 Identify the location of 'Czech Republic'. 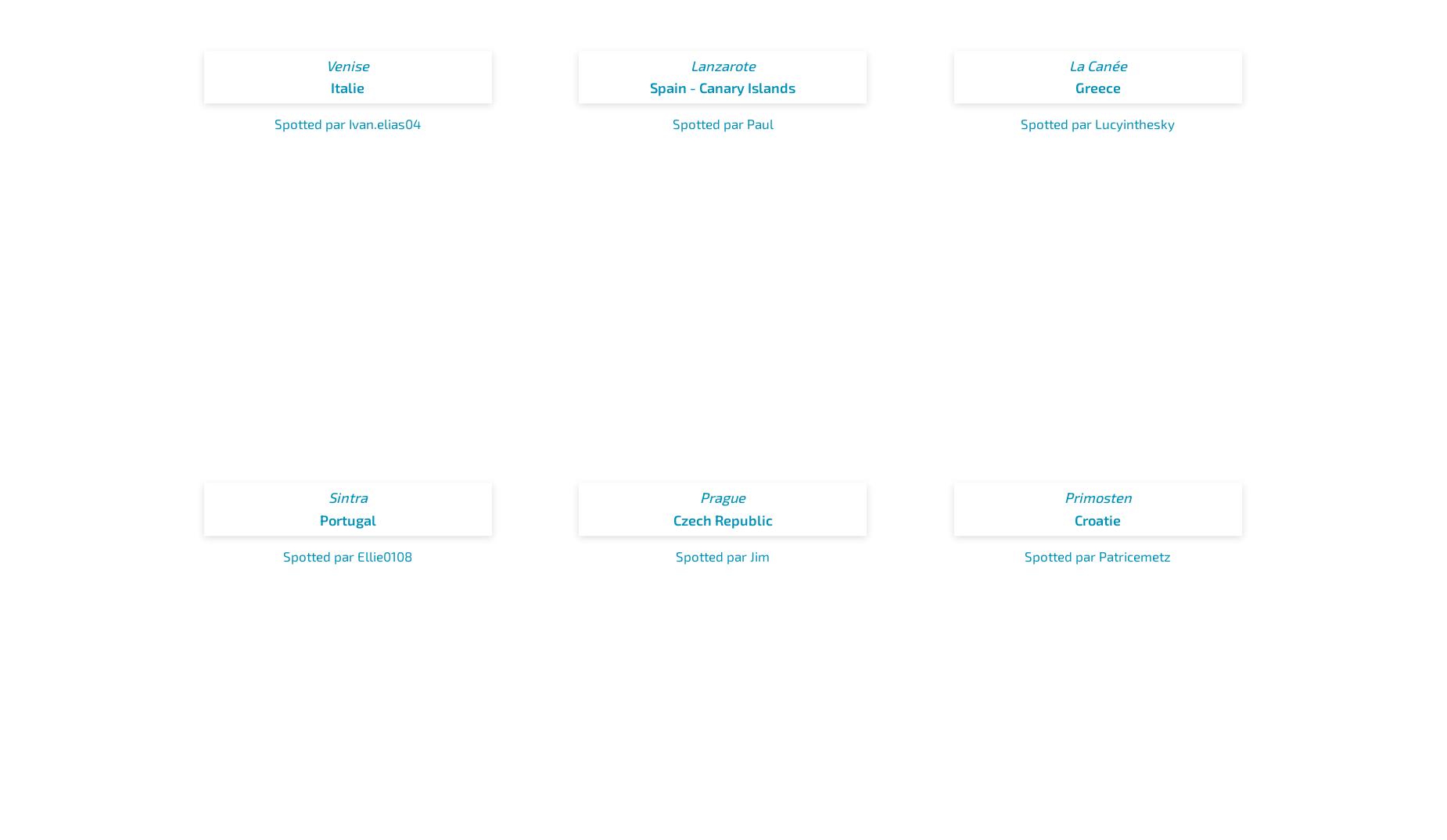
(673, 519).